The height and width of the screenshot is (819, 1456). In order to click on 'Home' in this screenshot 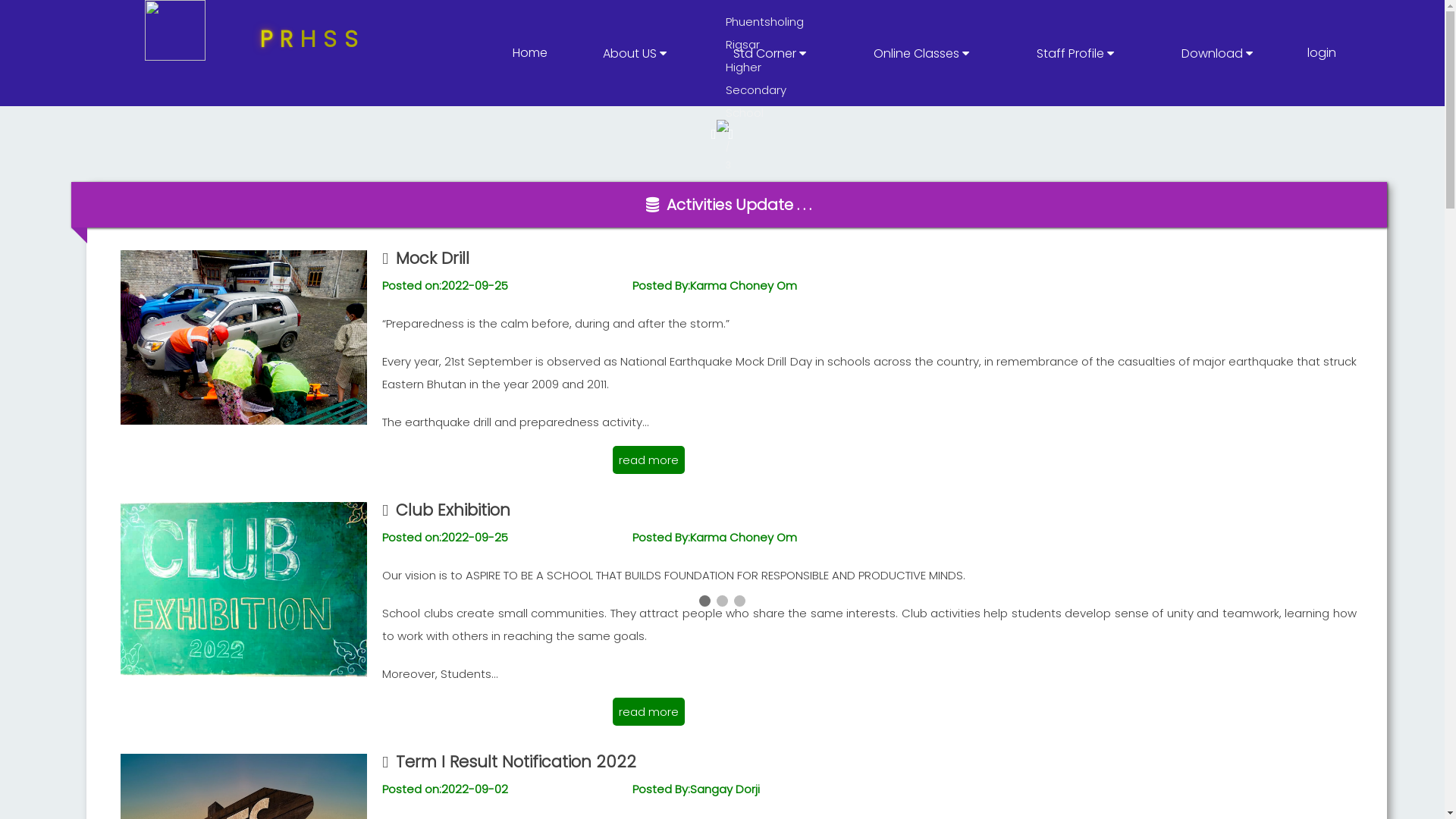, I will do `click(530, 52)`.